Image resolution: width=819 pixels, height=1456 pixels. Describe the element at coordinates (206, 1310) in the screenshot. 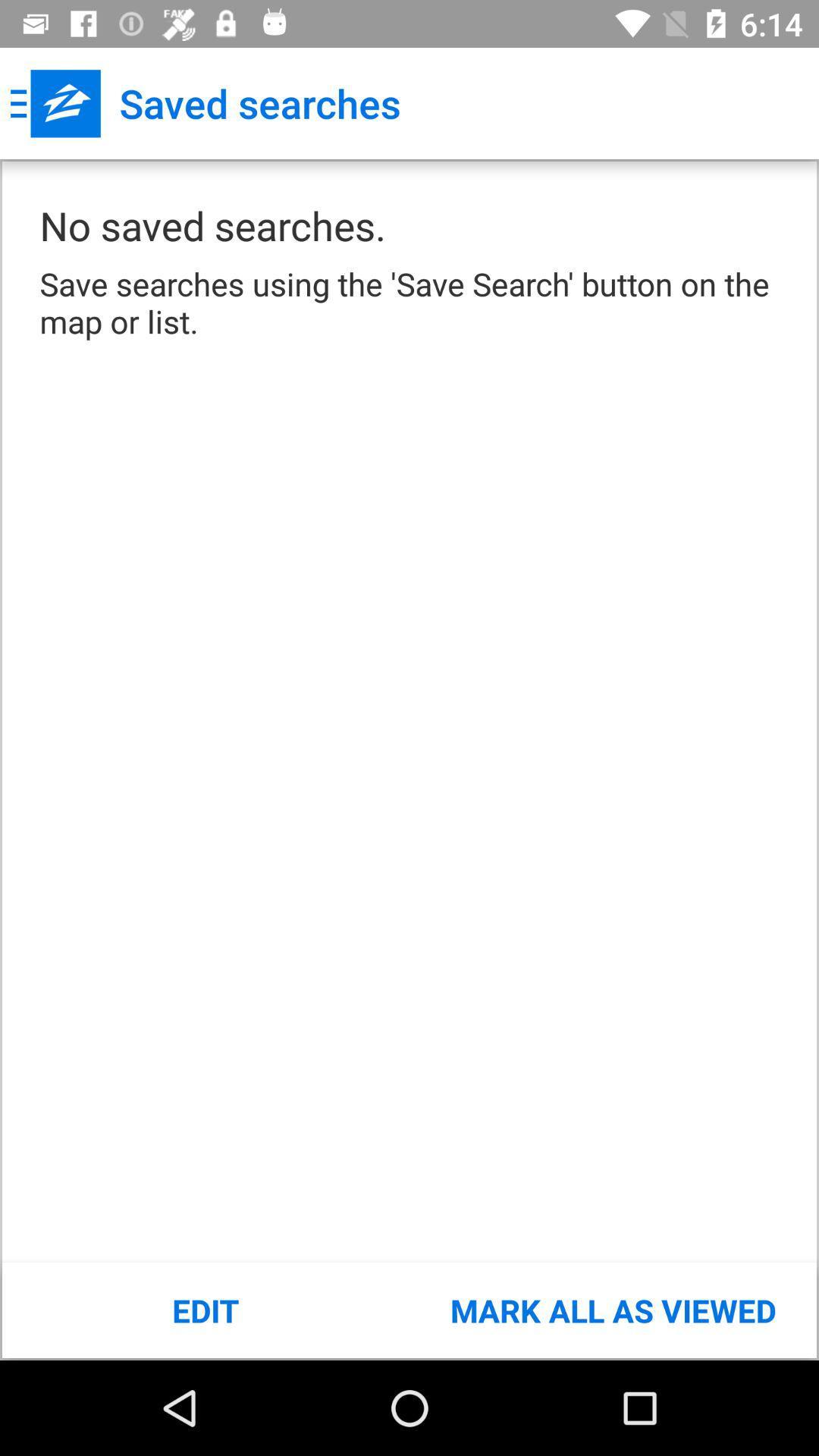

I see `the item next to the mark all as icon` at that location.